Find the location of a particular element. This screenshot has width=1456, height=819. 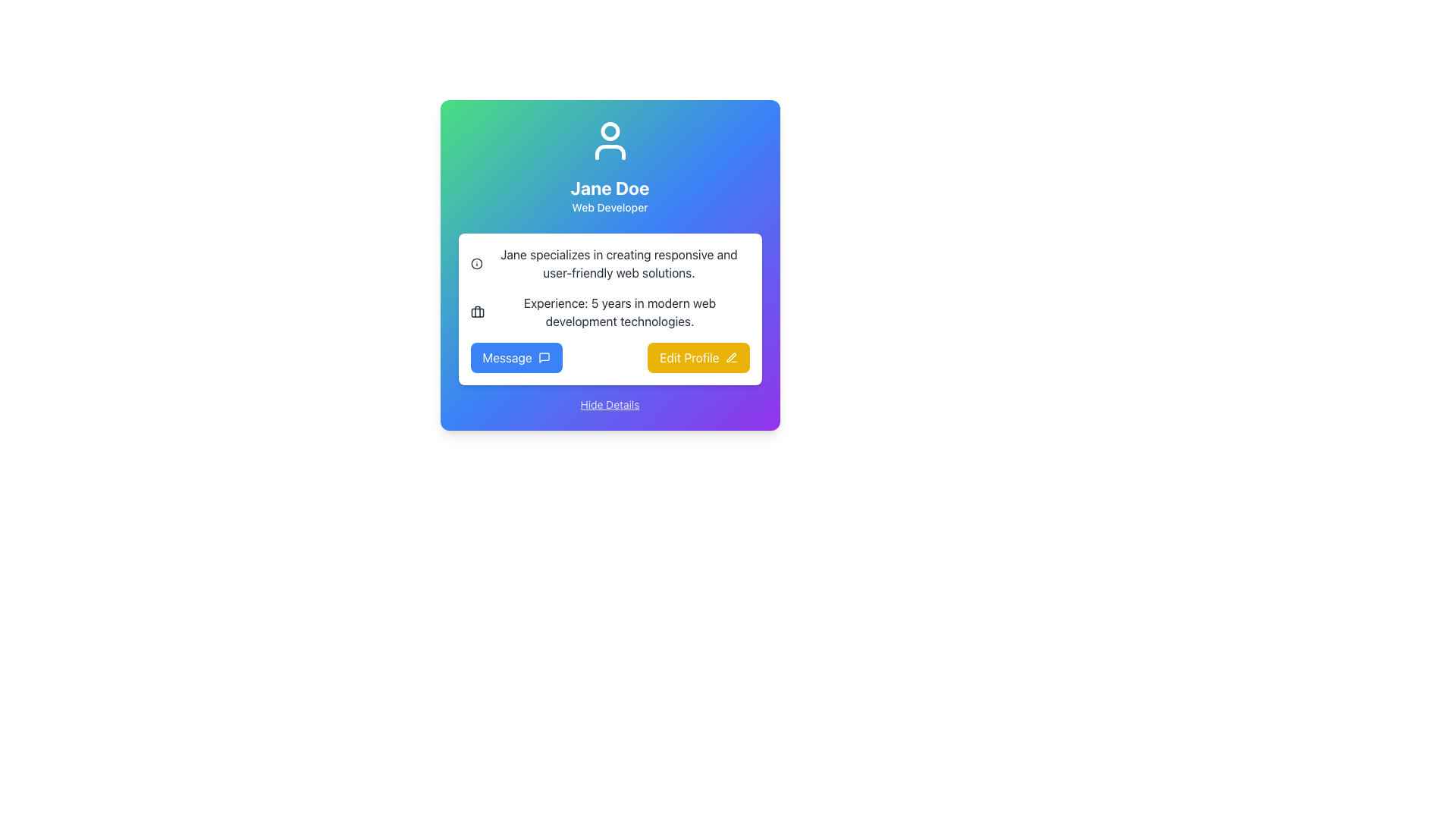

the 'Edit Profile' button, which is located to the right of the blue 'Message' button within the lower section of a user information card interface is located at coordinates (698, 357).